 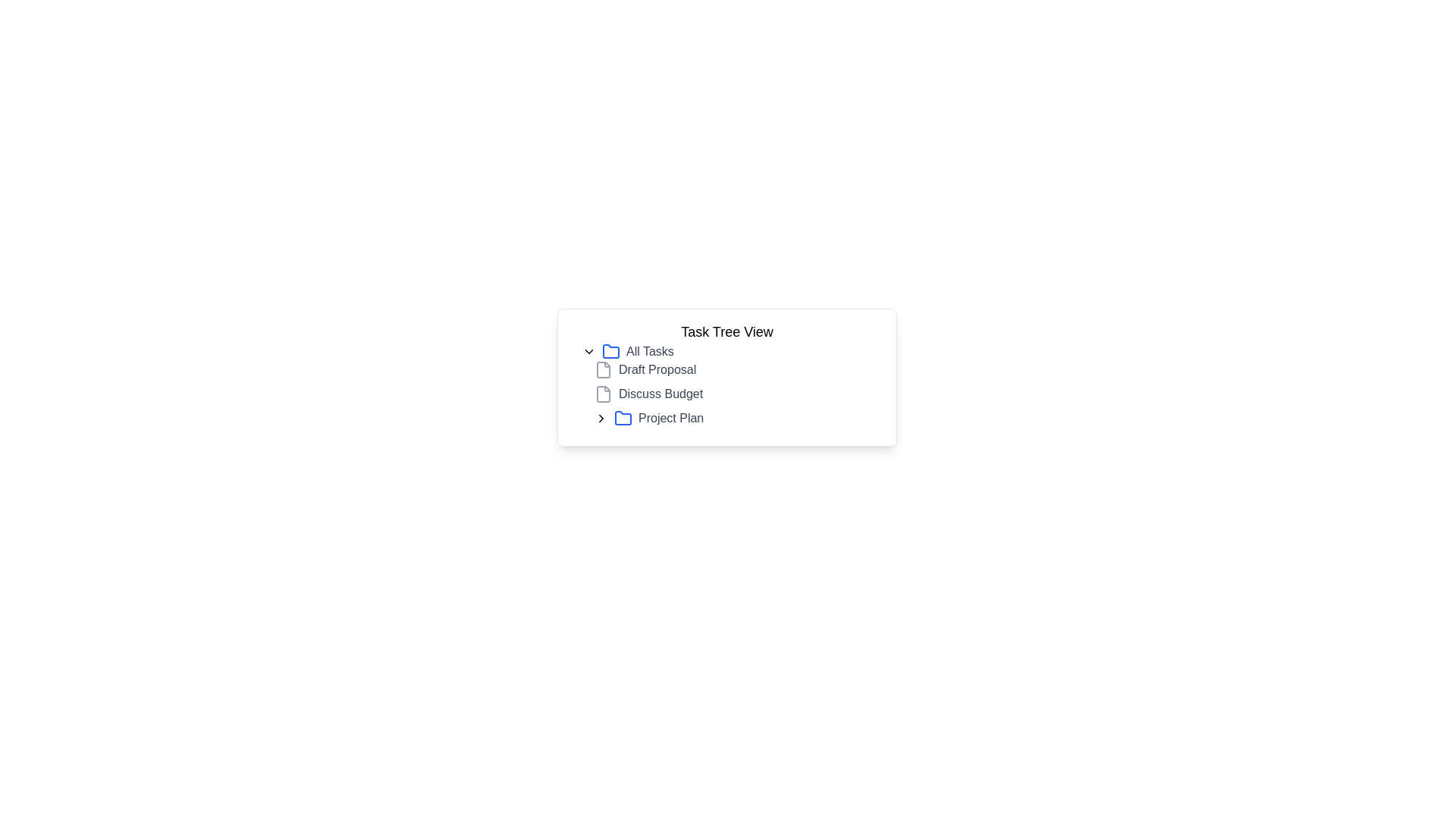 What do you see at coordinates (739, 394) in the screenshot?
I see `the Tree view node labeled 'Discuss Budget'` at bounding box center [739, 394].